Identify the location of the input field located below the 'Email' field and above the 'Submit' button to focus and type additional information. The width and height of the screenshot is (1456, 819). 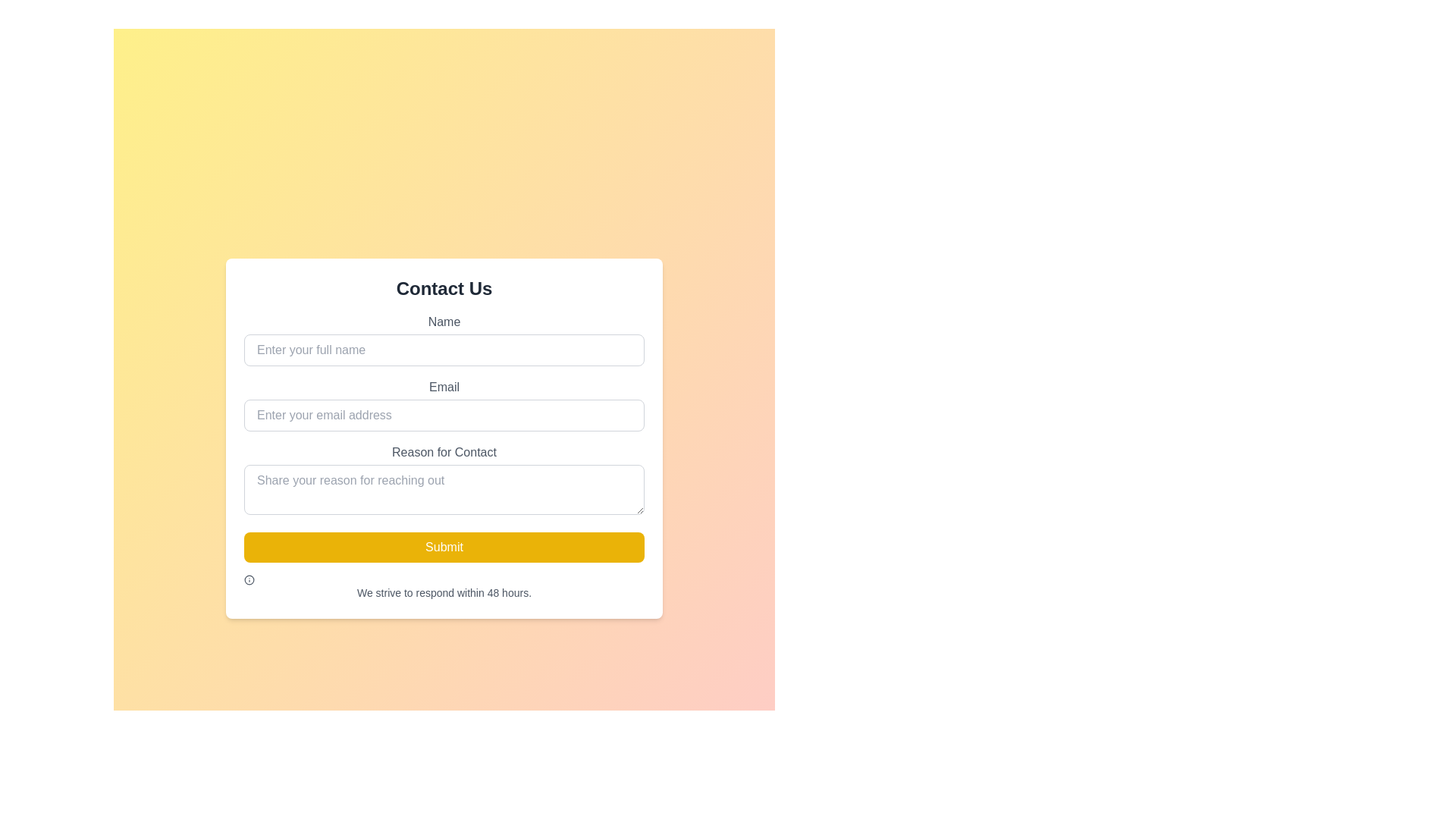
(443, 482).